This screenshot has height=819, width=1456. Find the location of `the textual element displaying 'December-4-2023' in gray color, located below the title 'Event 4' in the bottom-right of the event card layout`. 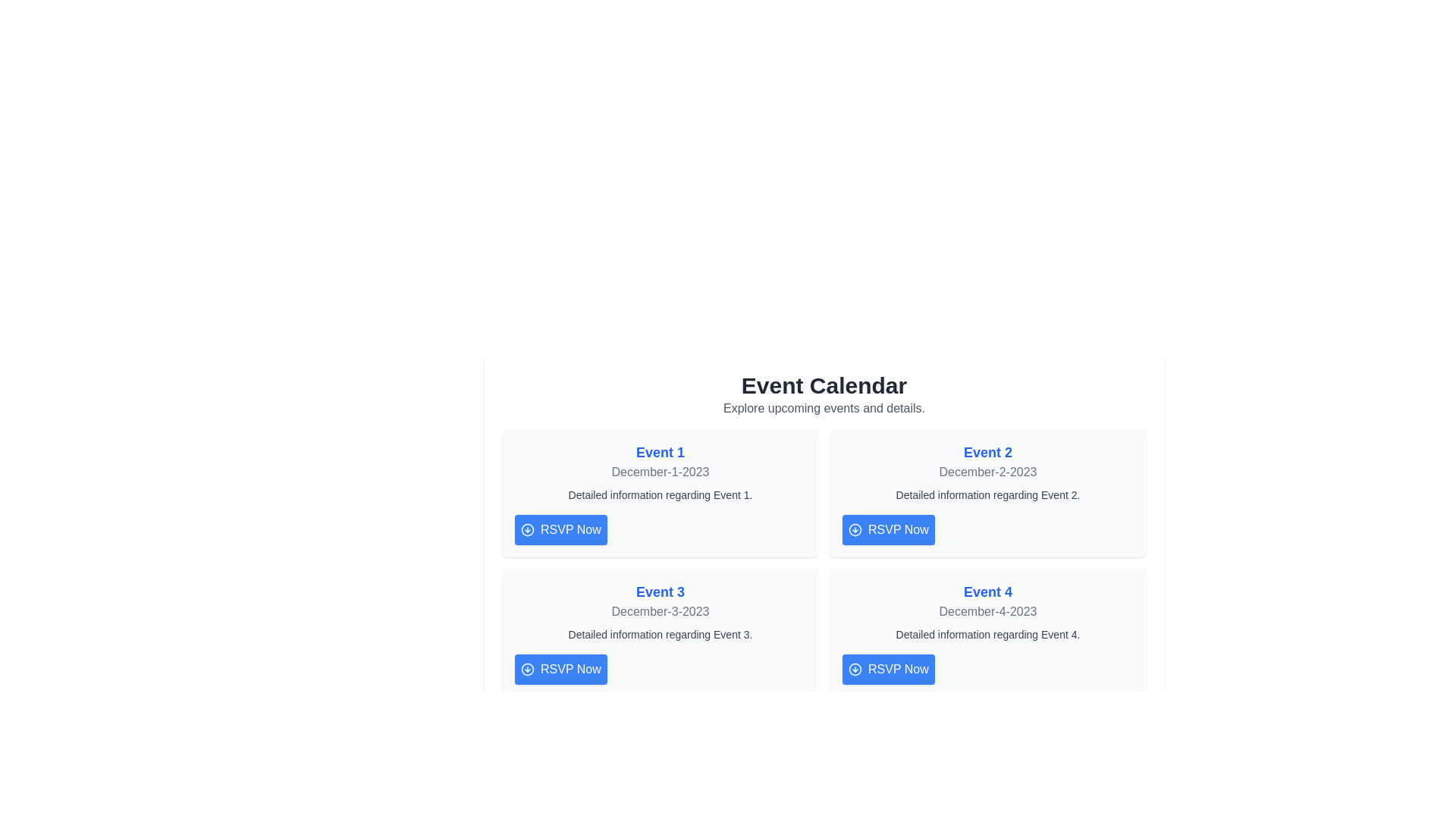

the textual element displaying 'December-4-2023' in gray color, located below the title 'Event 4' in the bottom-right of the event card layout is located at coordinates (987, 610).